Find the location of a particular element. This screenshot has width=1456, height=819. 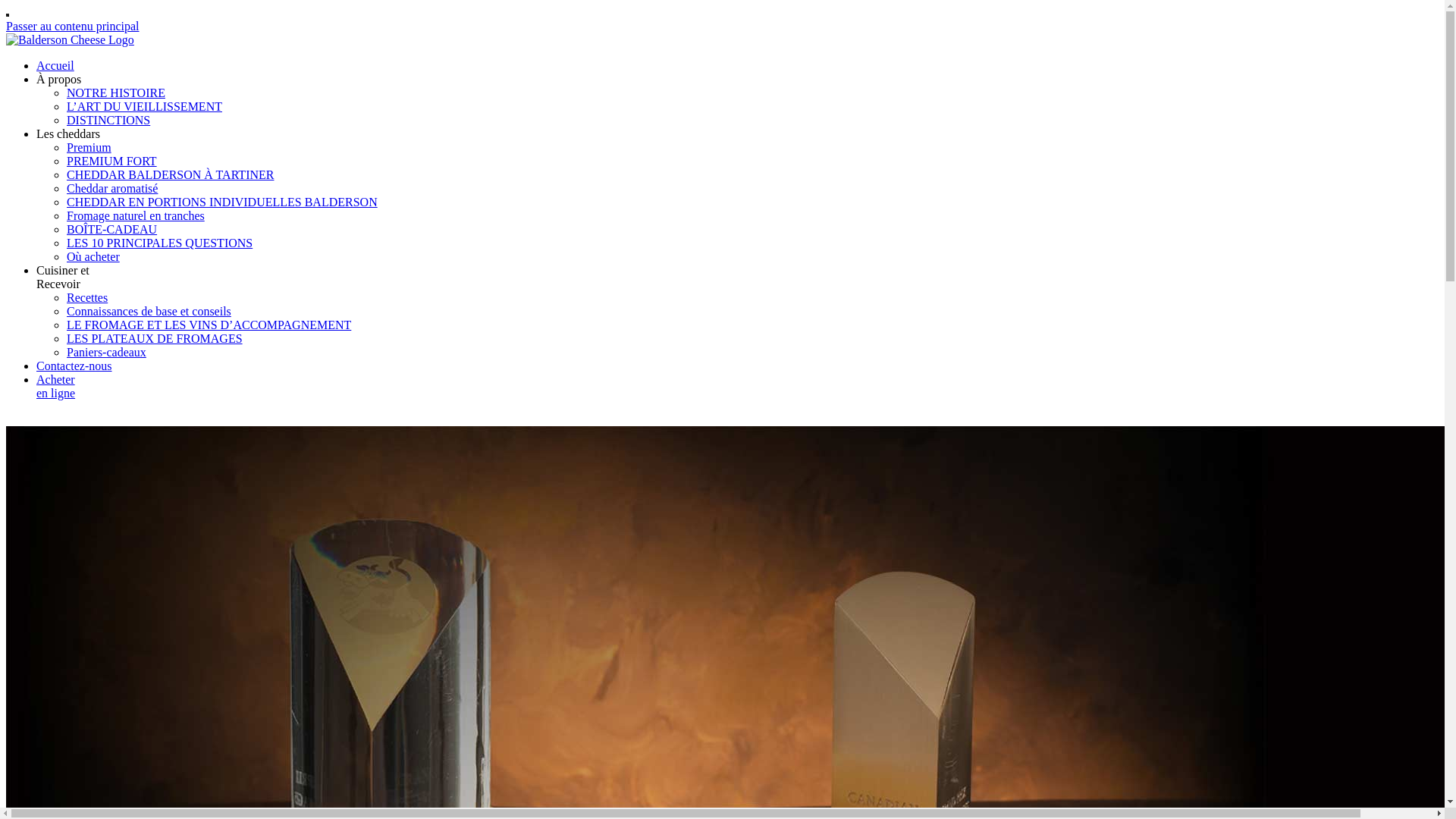

'LES PLATEAUX DE FROMAGES' is located at coordinates (154, 337).